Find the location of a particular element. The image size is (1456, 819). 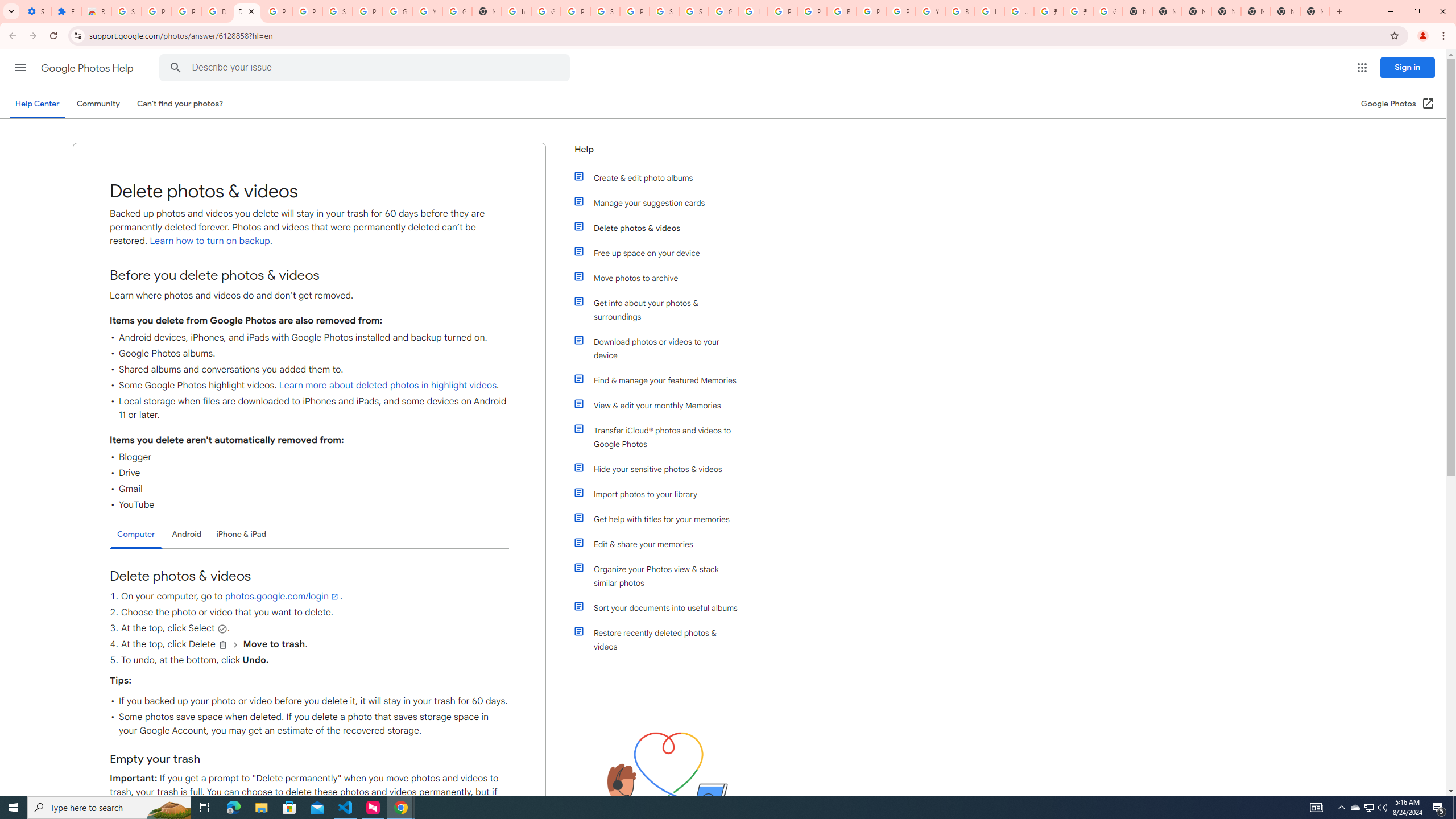

' Learn how to turn on backup' is located at coordinates (208, 241).